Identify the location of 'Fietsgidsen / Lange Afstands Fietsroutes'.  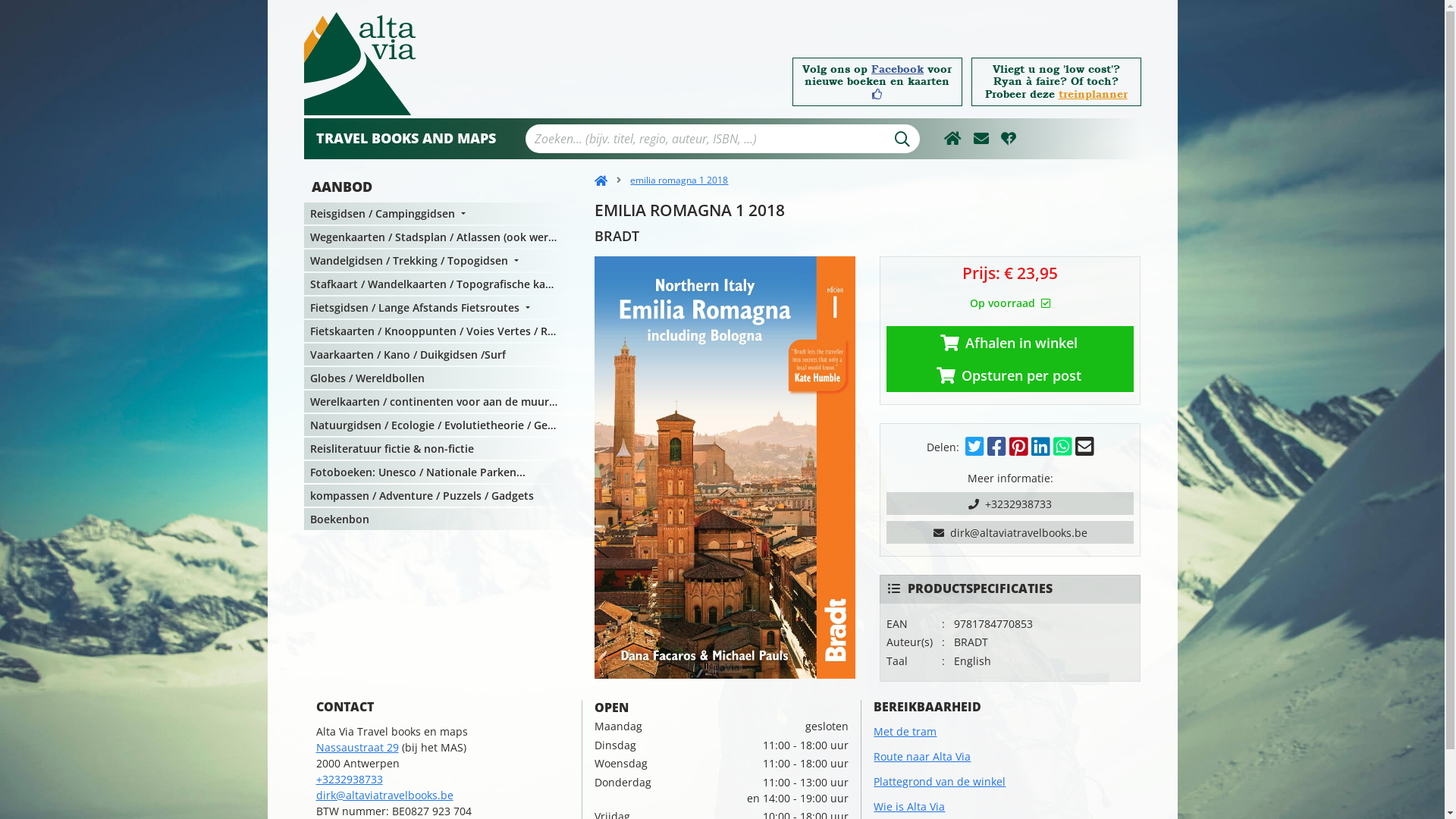
(436, 307).